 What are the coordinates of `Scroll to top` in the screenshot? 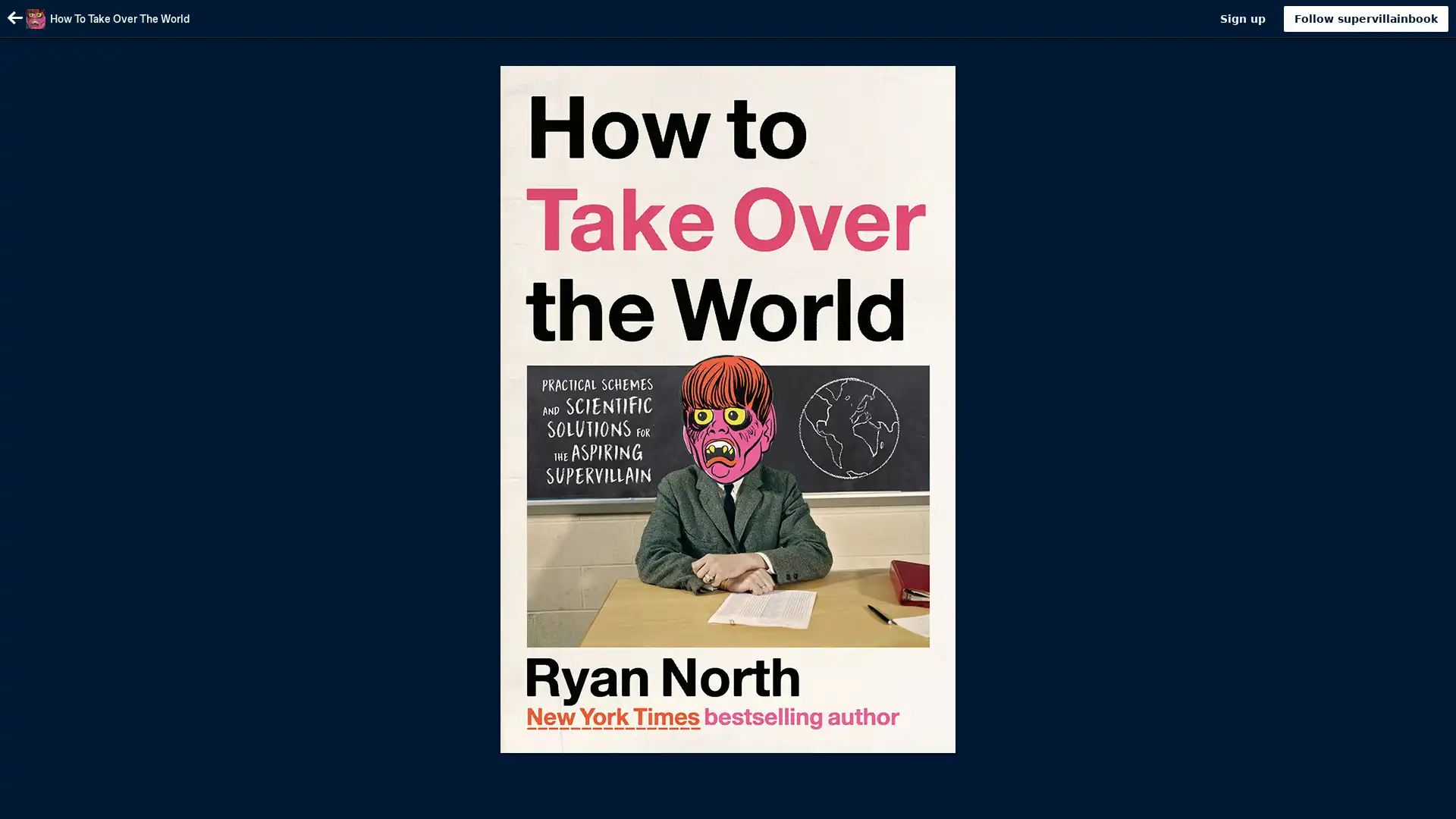 It's located at (1426, 802).